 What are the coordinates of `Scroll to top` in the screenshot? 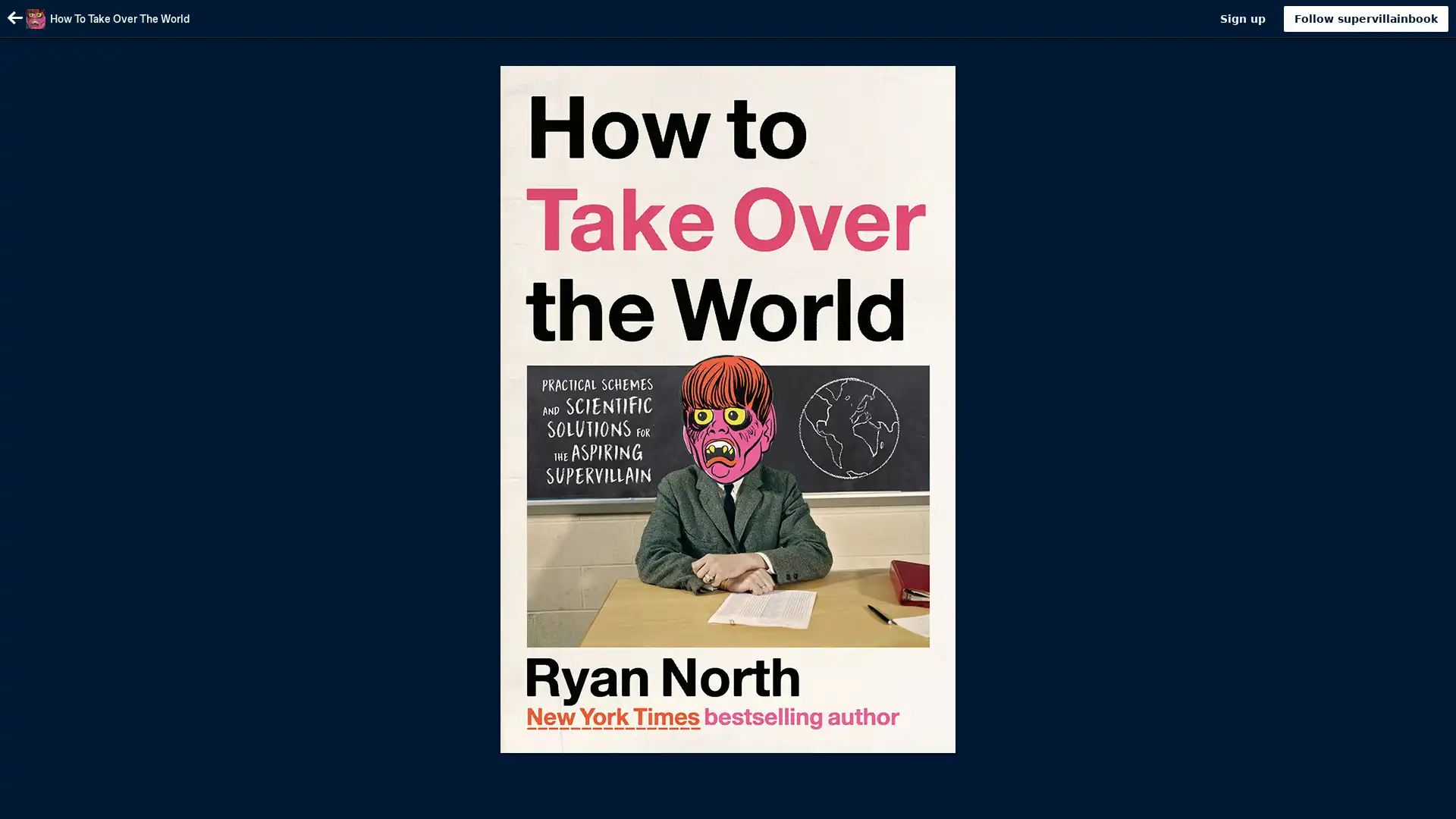 It's located at (1426, 802).